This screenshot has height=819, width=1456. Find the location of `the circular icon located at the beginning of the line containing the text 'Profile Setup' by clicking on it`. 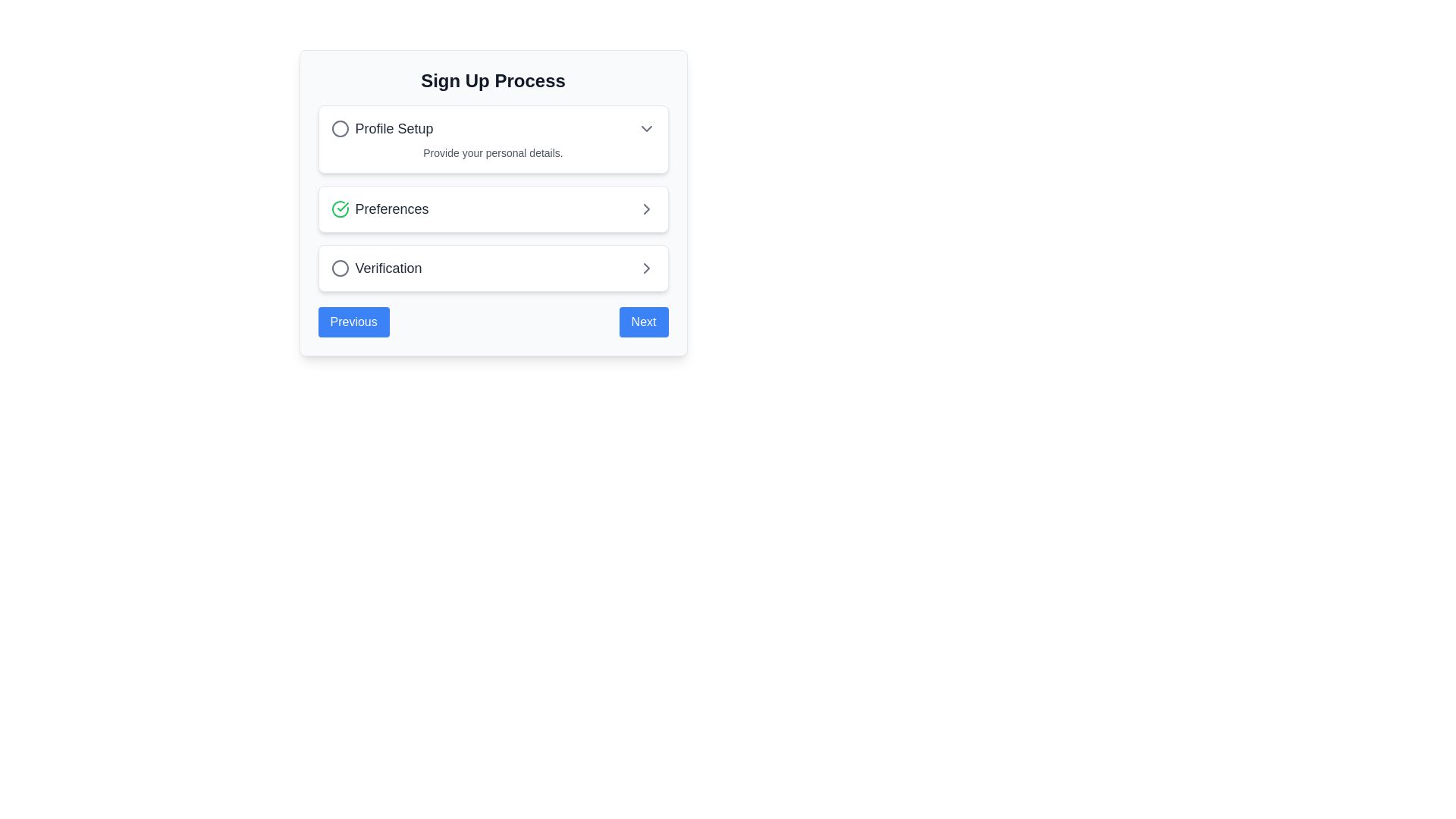

the circular icon located at the beginning of the line containing the text 'Profile Setup' by clicking on it is located at coordinates (339, 127).